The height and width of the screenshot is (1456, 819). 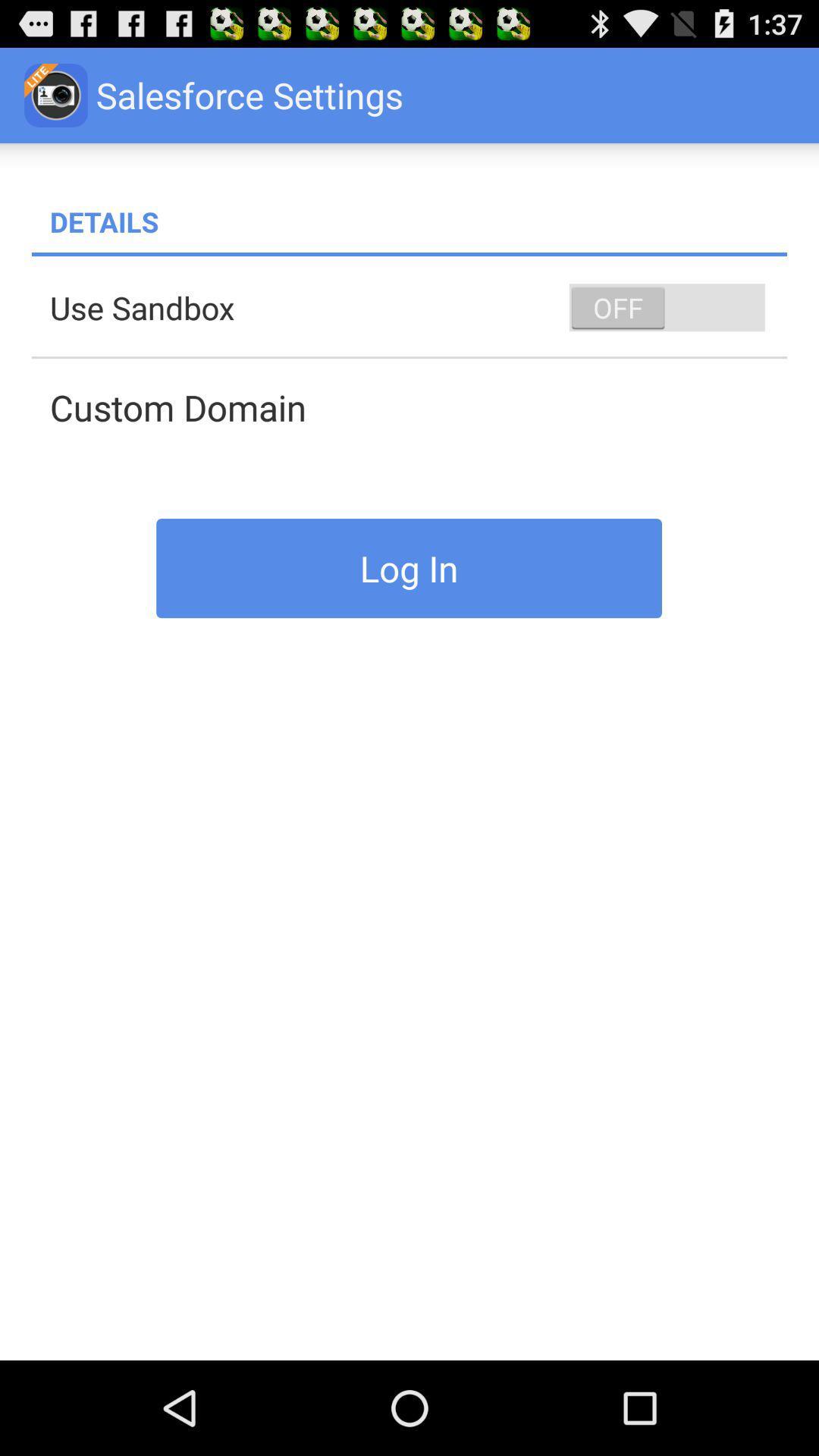 What do you see at coordinates (418, 306) in the screenshot?
I see `use sandbox` at bounding box center [418, 306].